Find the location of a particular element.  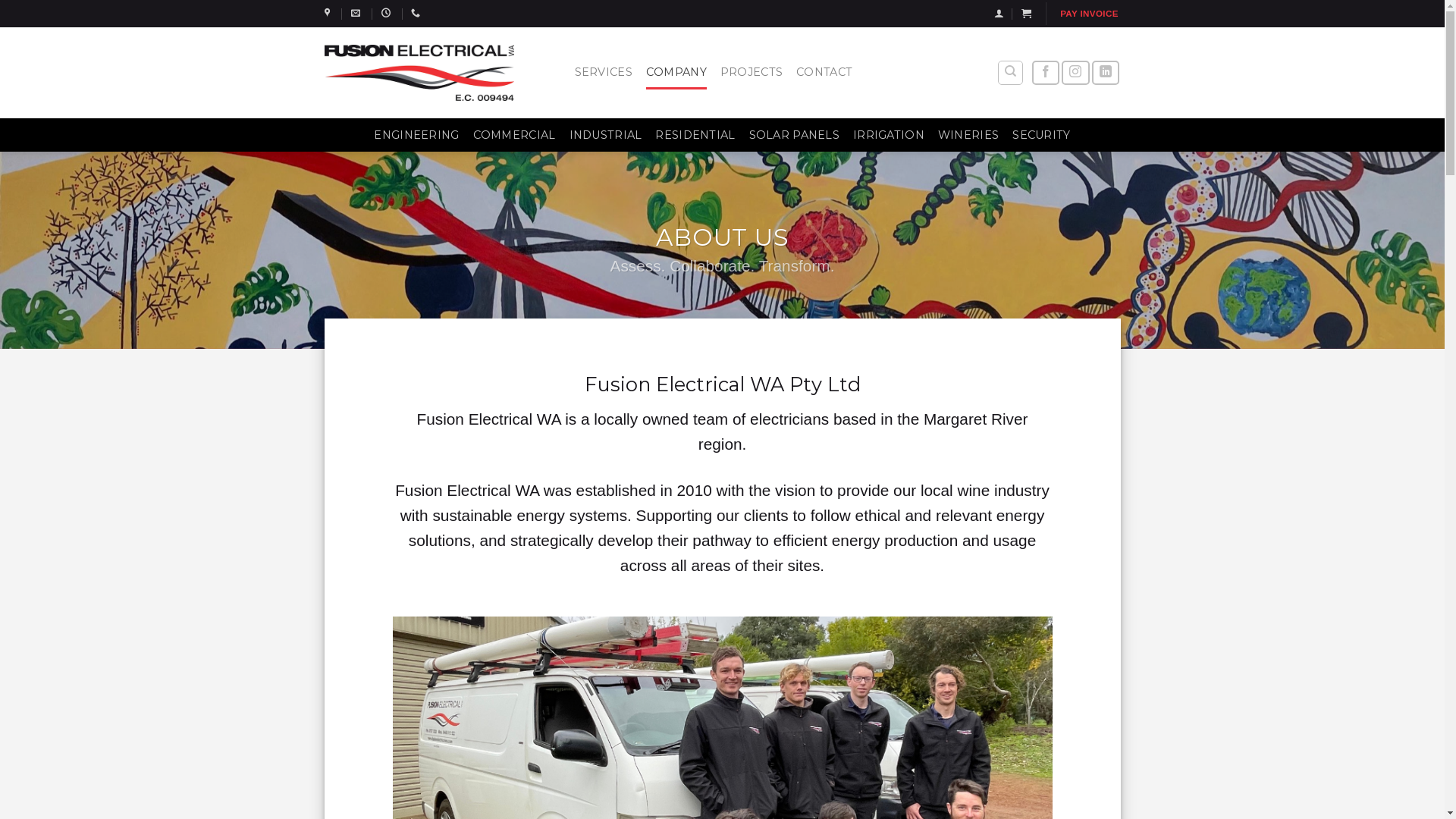

'COMPANY' is located at coordinates (645, 72).